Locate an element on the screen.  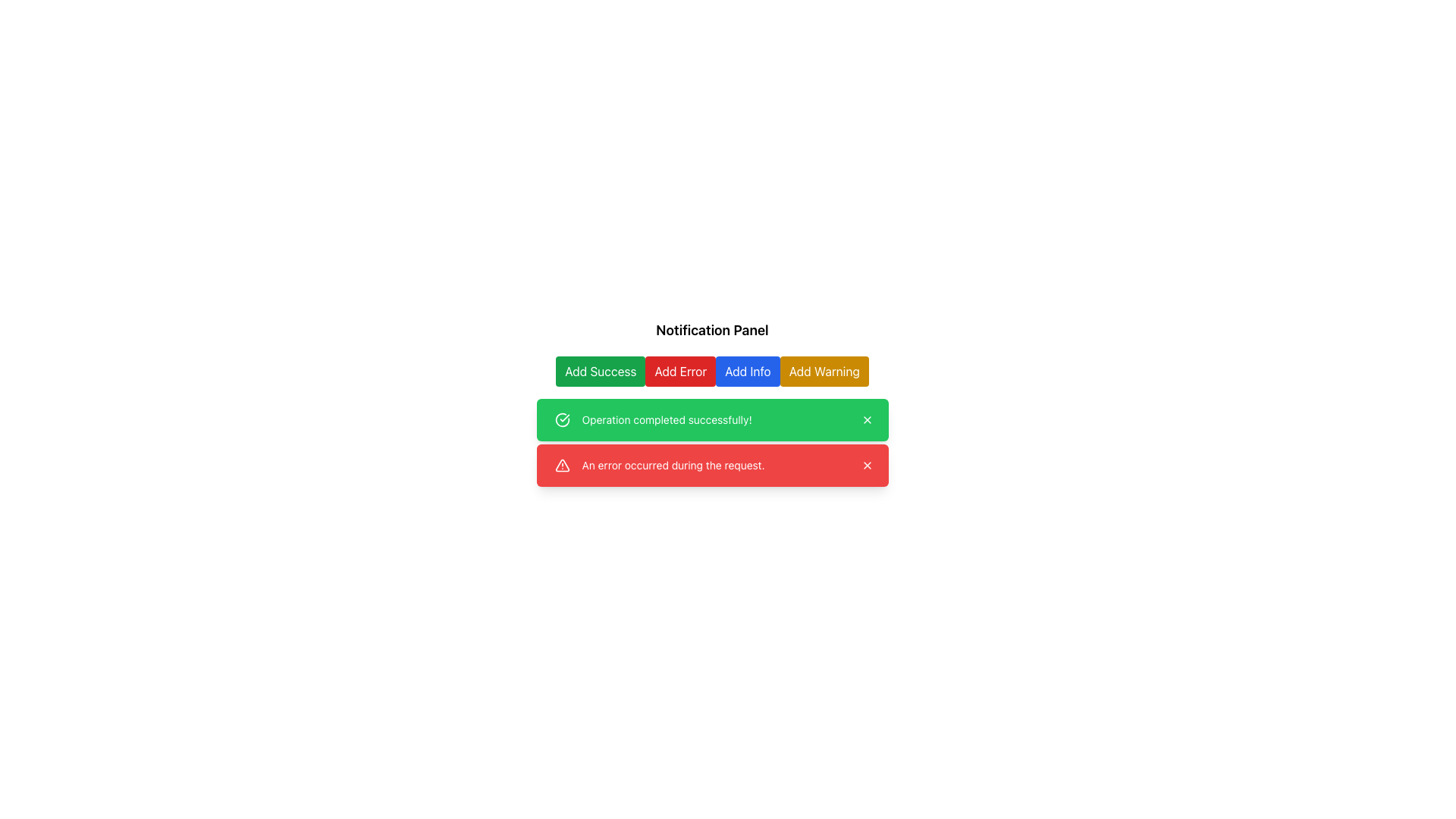
the 'Add Error' button located to the right of the 'Add Success' button and to the left of the 'Add Info' button in the Notification Panel is located at coordinates (679, 371).